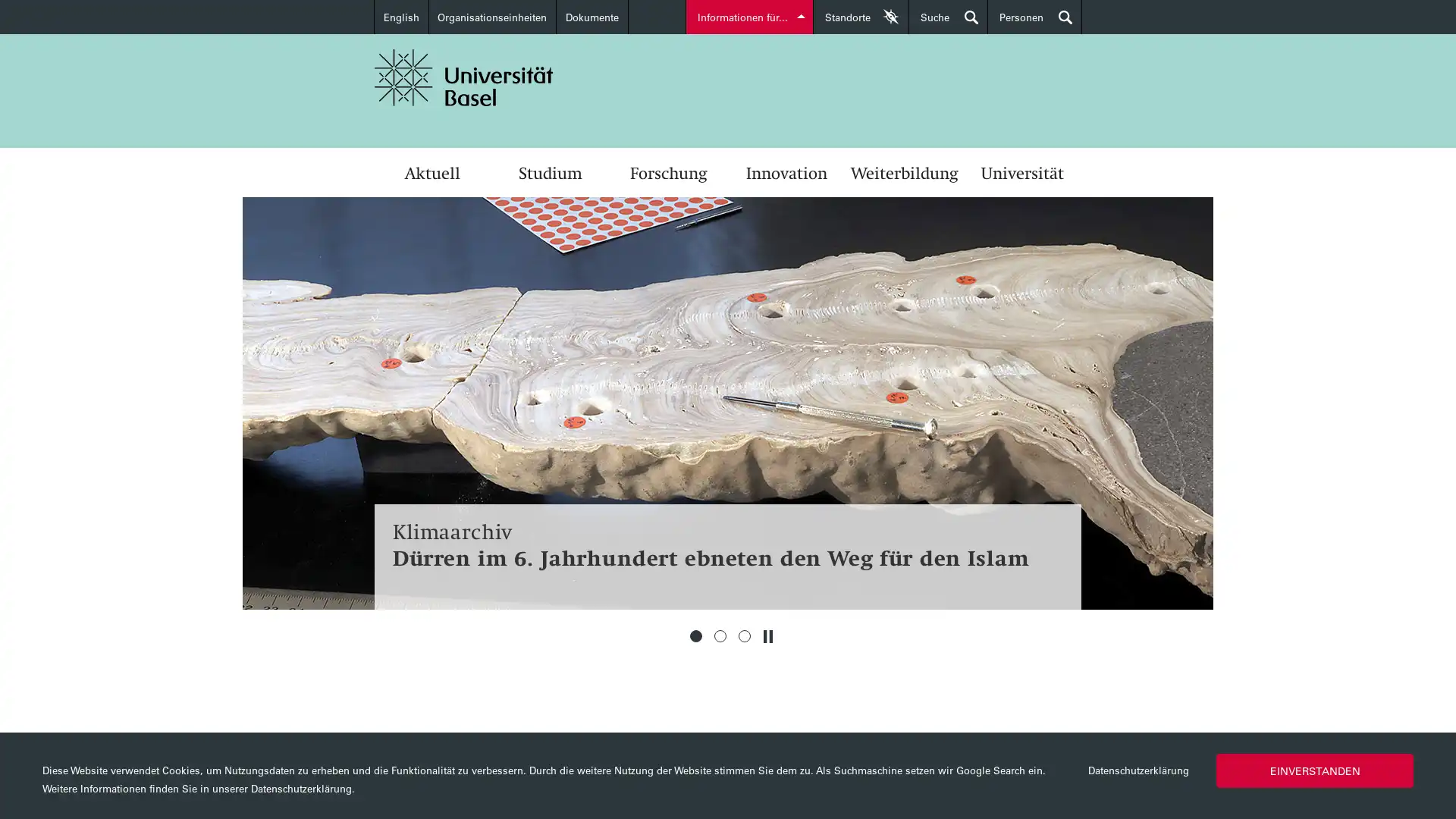 This screenshot has height=819, width=1456. I want to click on 1, so click(694, 636).